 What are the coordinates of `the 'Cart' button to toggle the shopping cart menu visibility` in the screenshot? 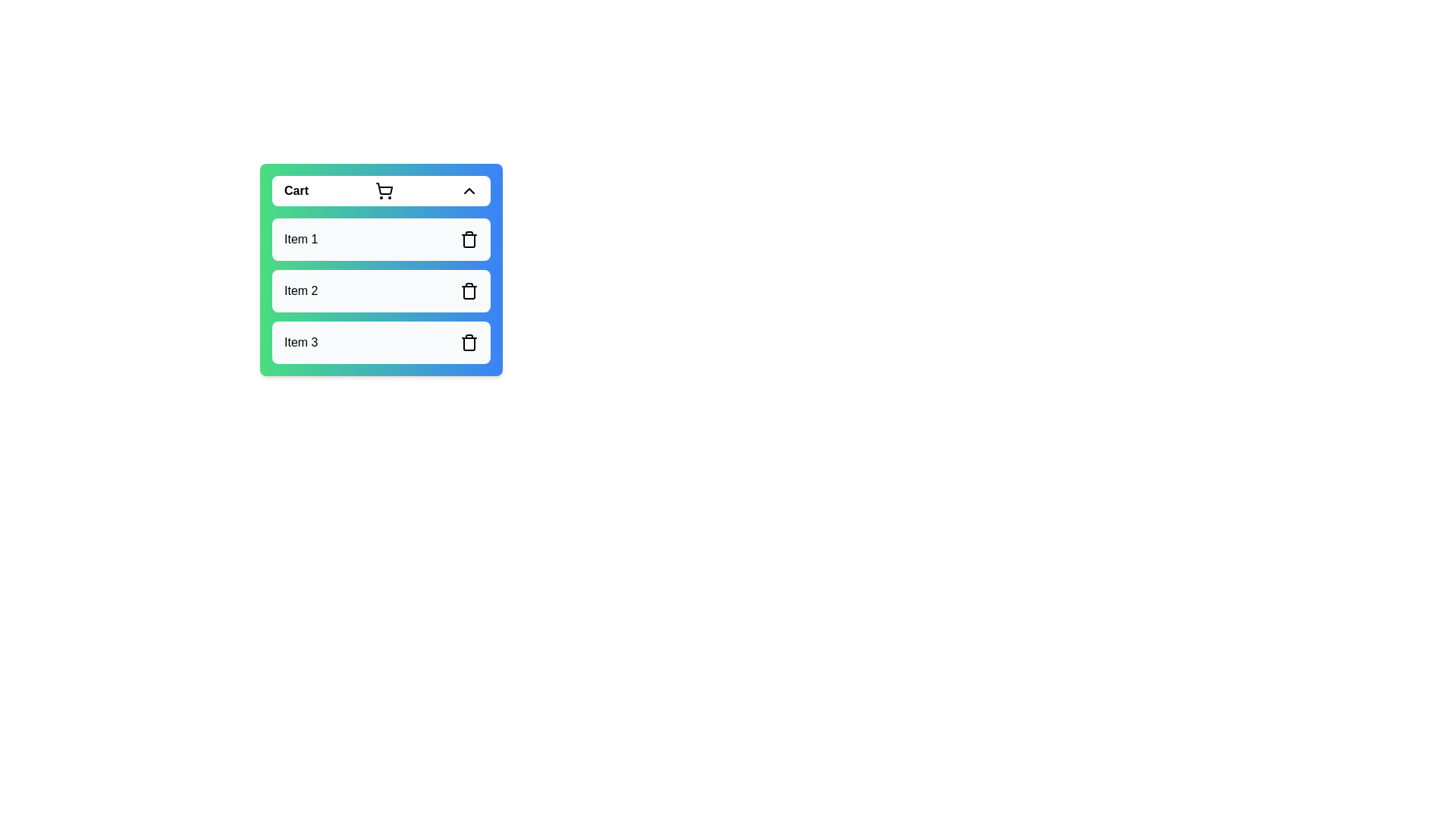 It's located at (381, 190).